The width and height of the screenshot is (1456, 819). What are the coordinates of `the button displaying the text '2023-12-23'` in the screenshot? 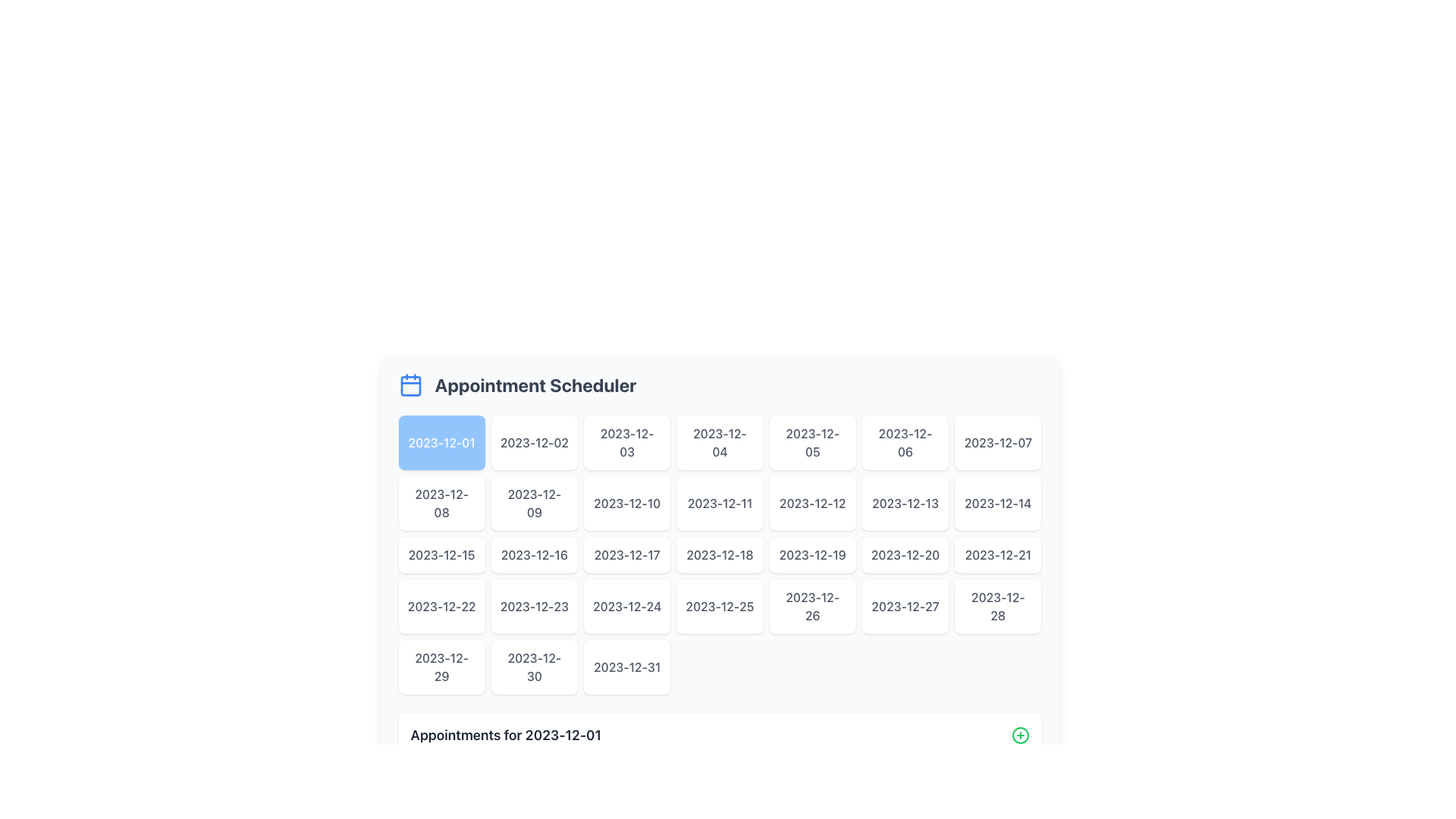 It's located at (534, 605).